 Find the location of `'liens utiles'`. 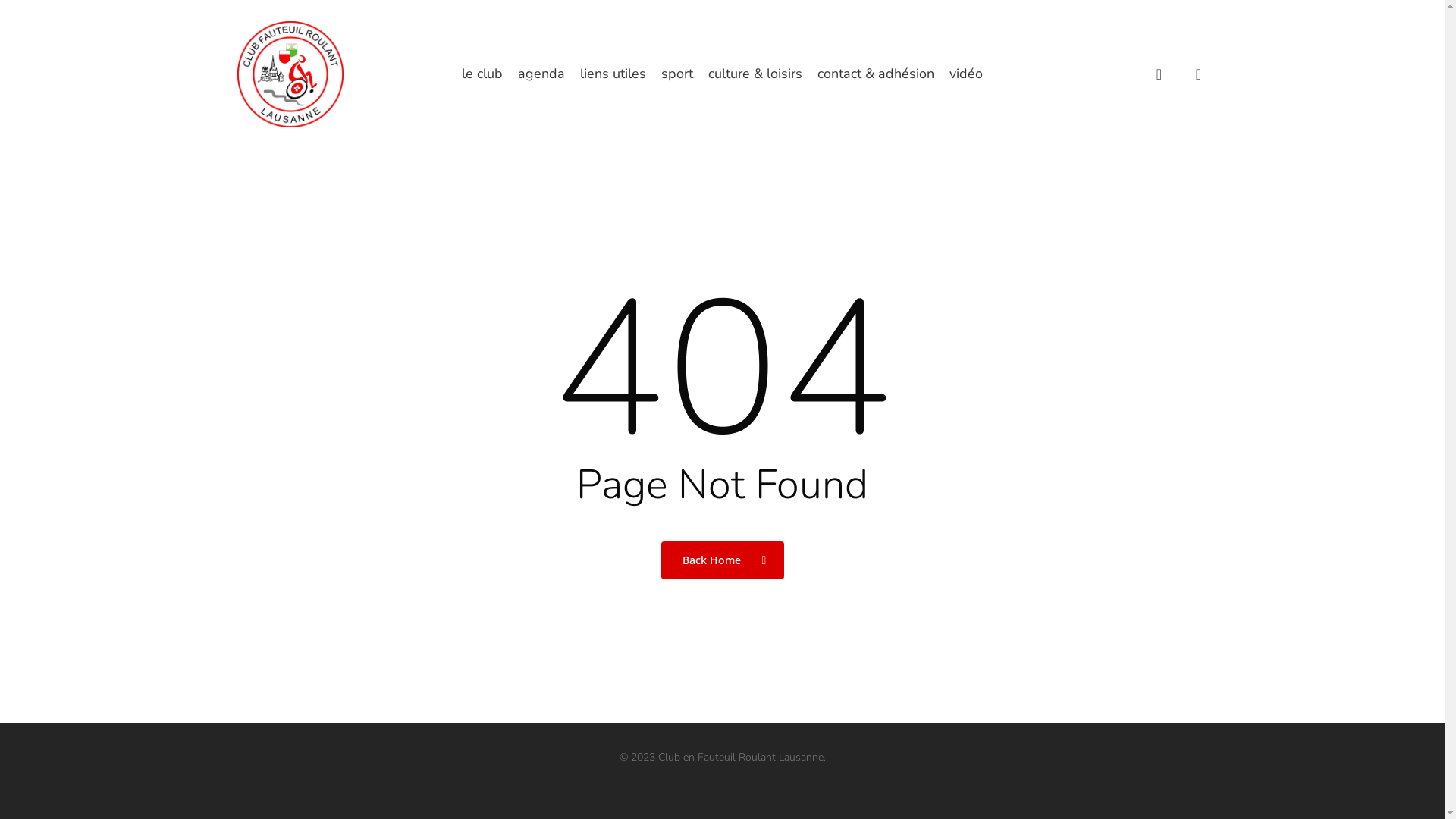

'liens utiles' is located at coordinates (613, 74).